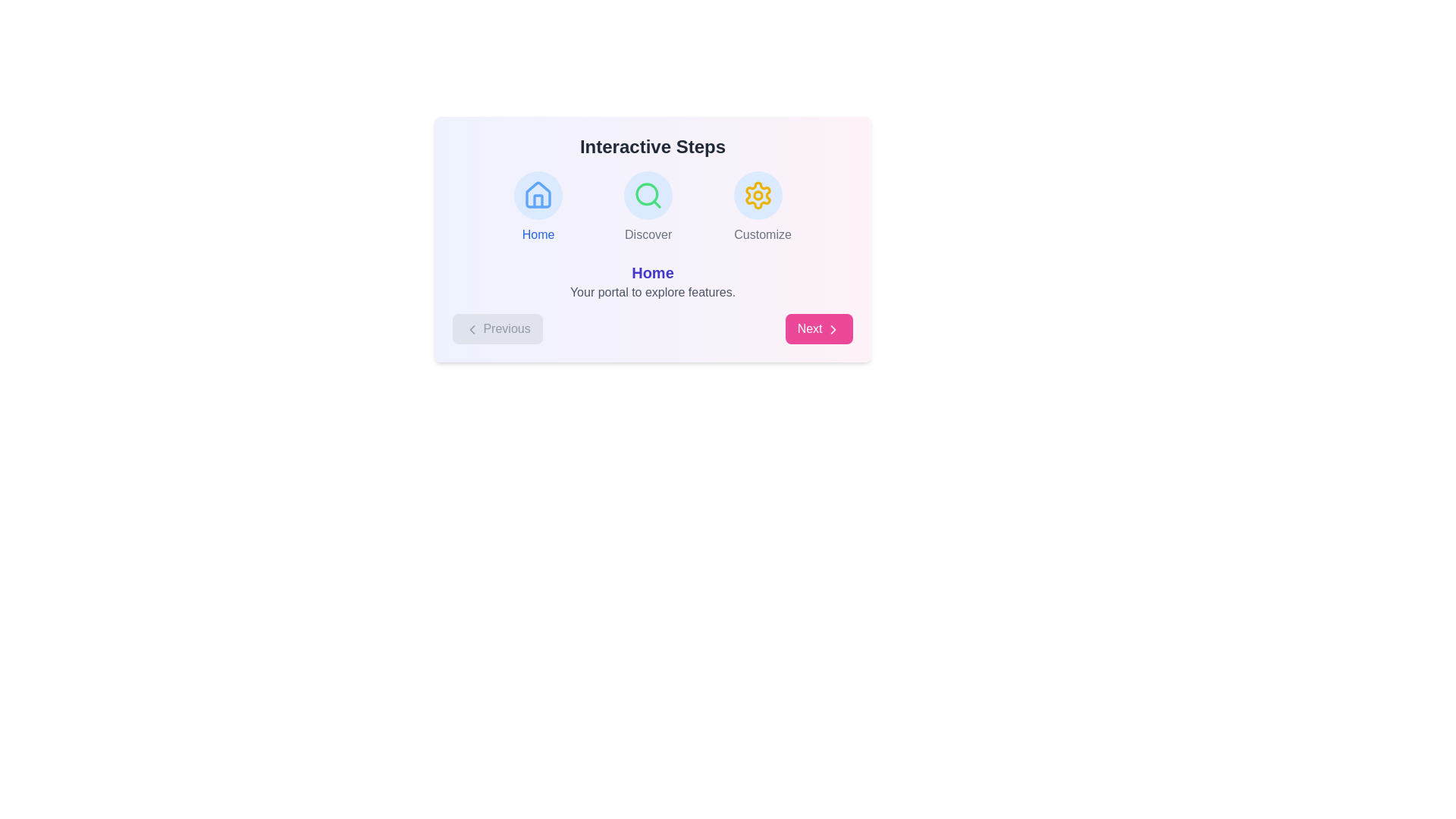 Image resolution: width=1456 pixels, height=819 pixels. What do you see at coordinates (833, 328) in the screenshot?
I see `the chevron right icon, which is a small arrow icon styled as a lightweight outlined SVG graphic located at the right-hand side of the pink 'Next' button` at bounding box center [833, 328].